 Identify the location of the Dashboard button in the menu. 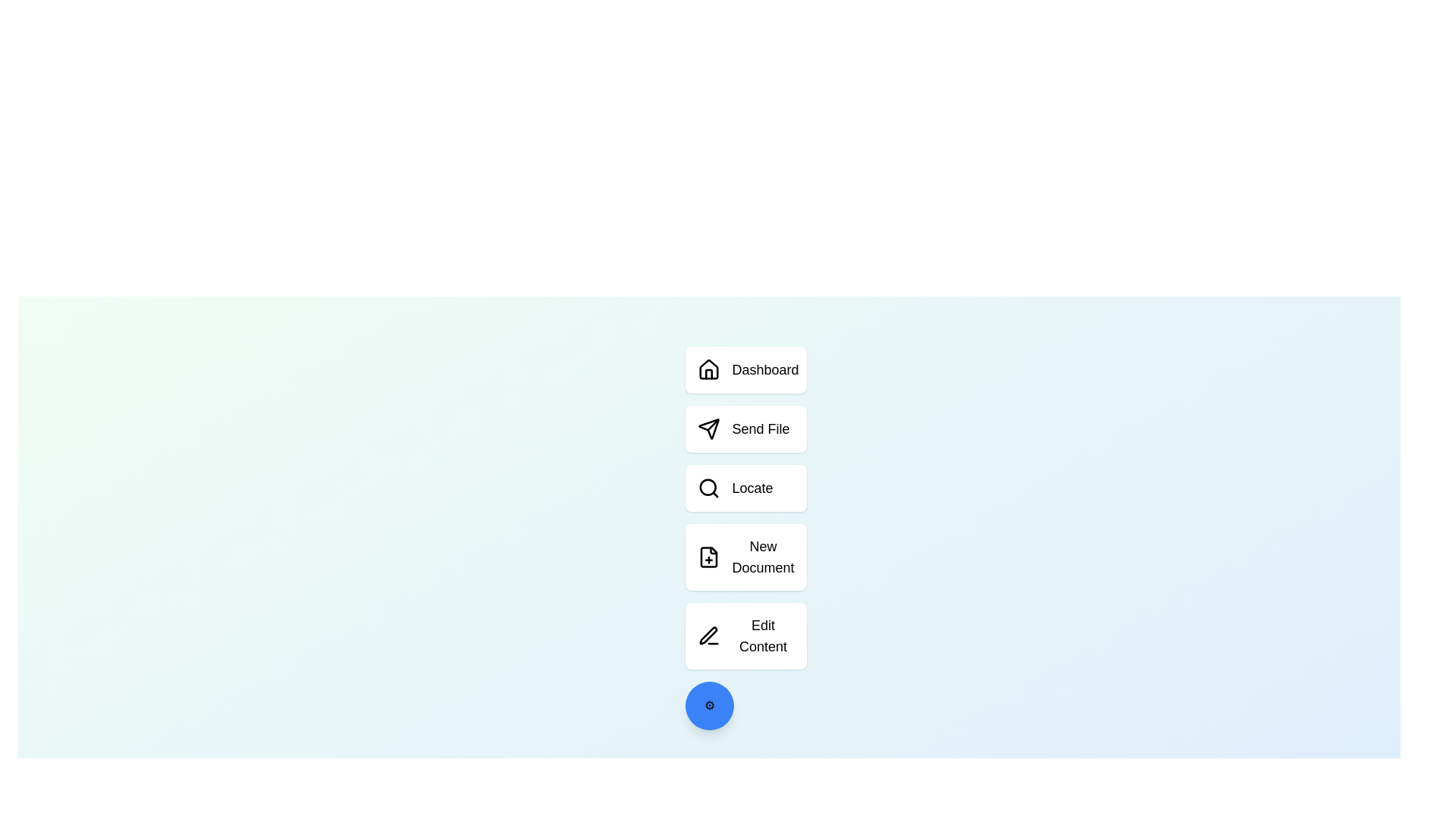
(745, 370).